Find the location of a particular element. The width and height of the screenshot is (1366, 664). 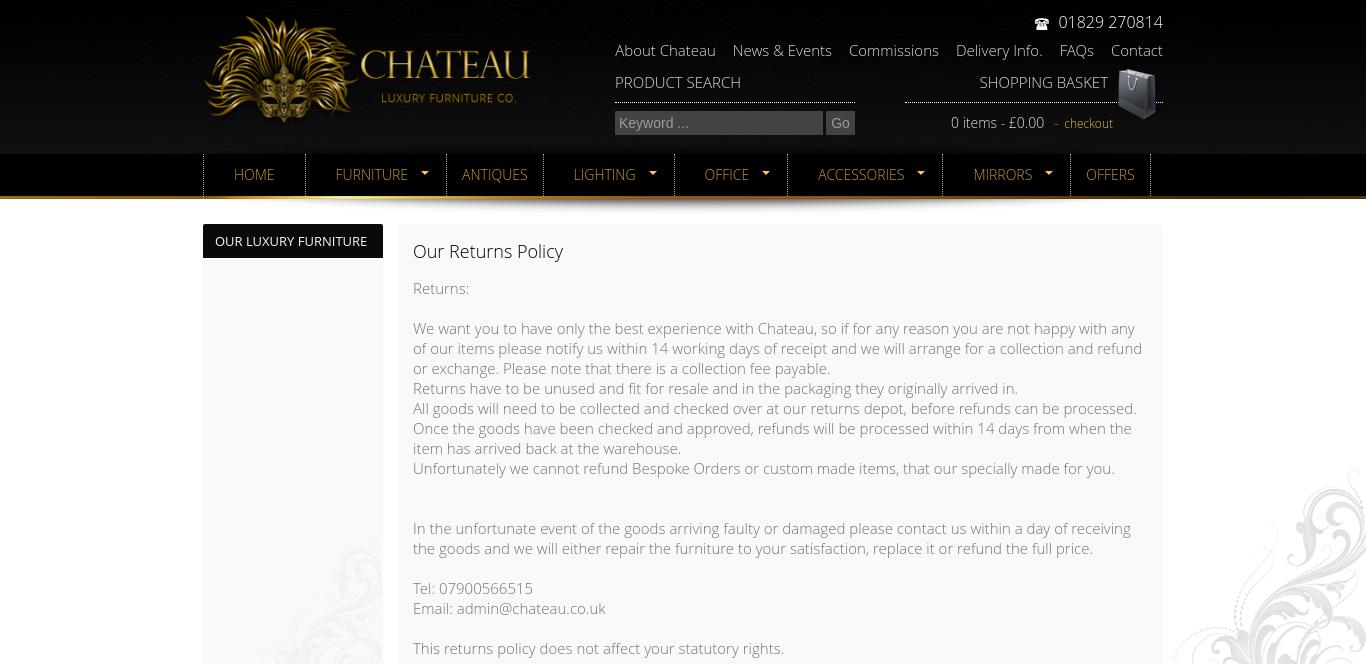

'All goods will need to be collected and checked over at our returns depot, before refunds can be processed. Once the goods have been checked and approved, refunds will be processed within 14 days from when the item has arrived back at the warehouse.' is located at coordinates (774, 428).